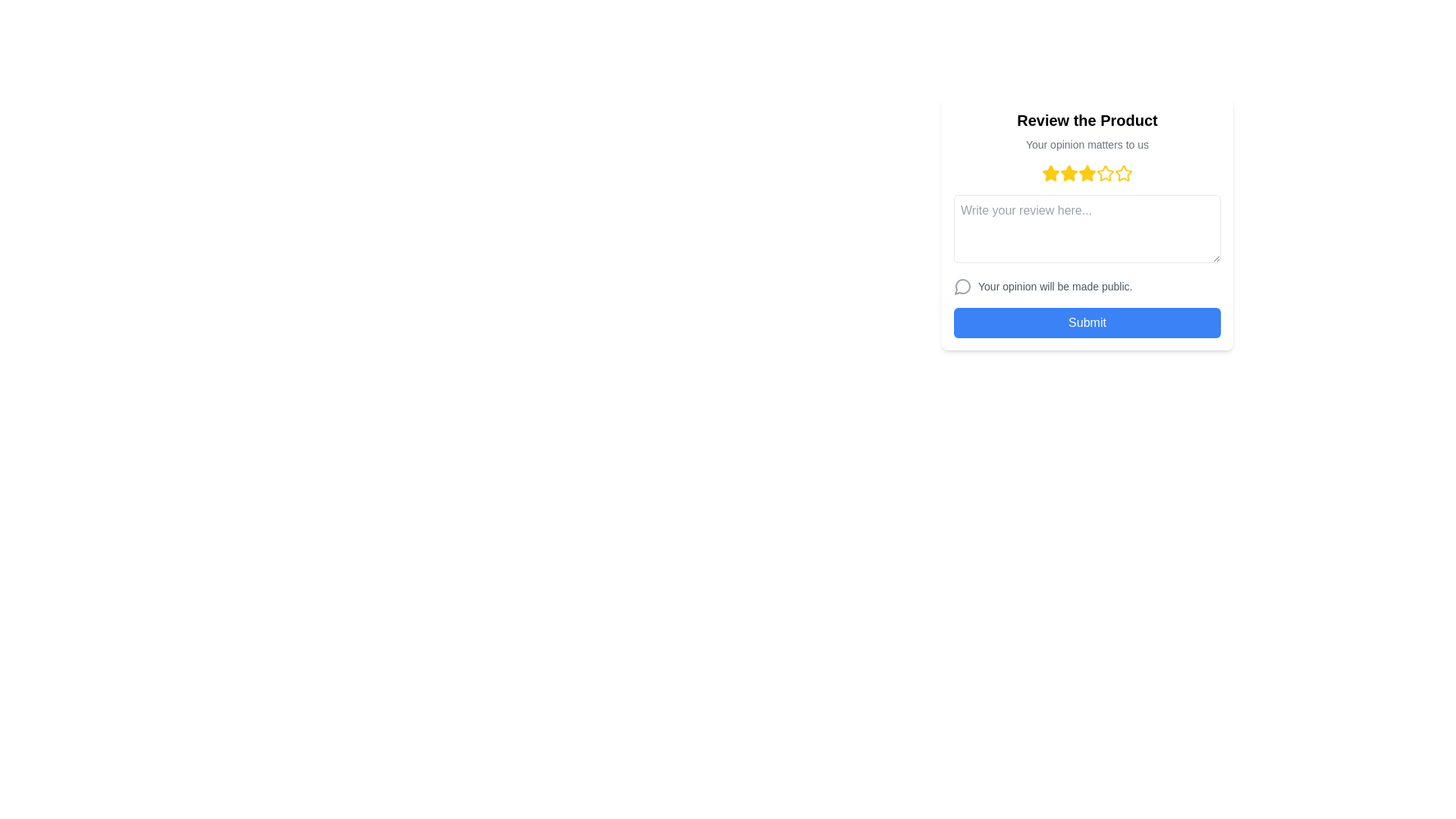 This screenshot has width=1456, height=819. What do you see at coordinates (1068, 172) in the screenshot?
I see `the second star icon in the rating system` at bounding box center [1068, 172].